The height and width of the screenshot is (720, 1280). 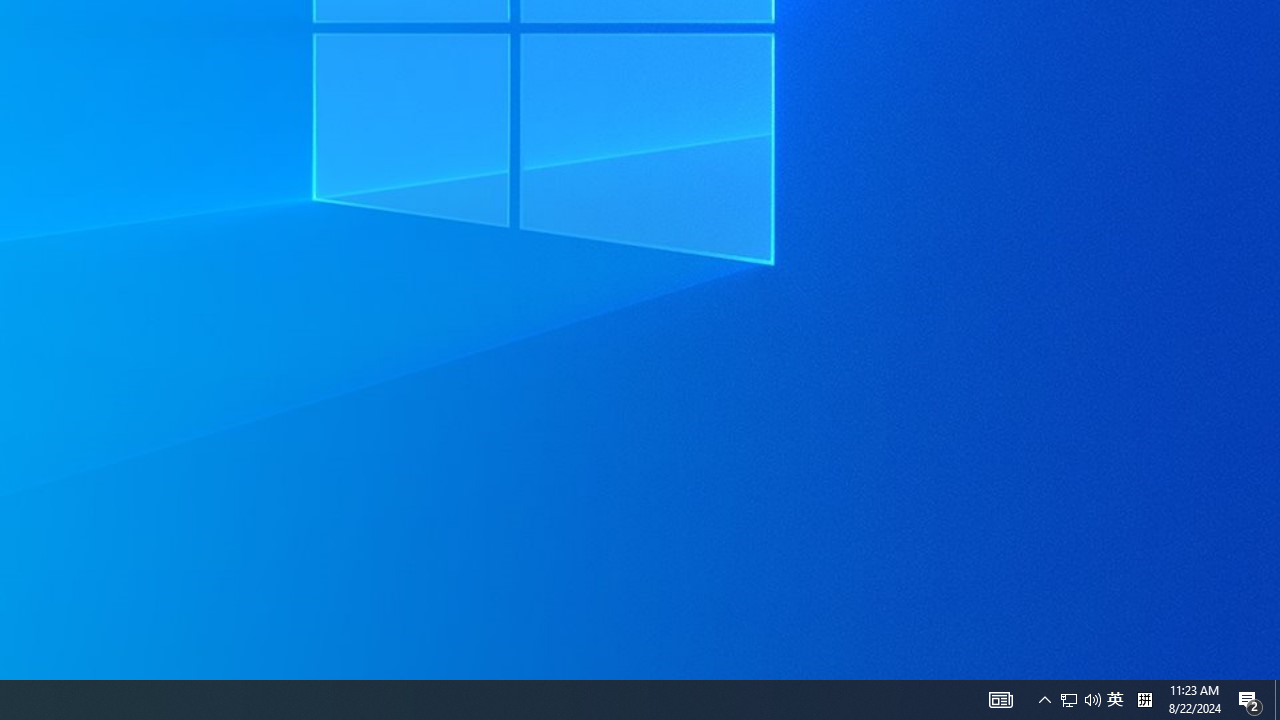 What do you see at coordinates (1068, 698) in the screenshot?
I see `'User Promoted Notification Area'` at bounding box center [1068, 698].